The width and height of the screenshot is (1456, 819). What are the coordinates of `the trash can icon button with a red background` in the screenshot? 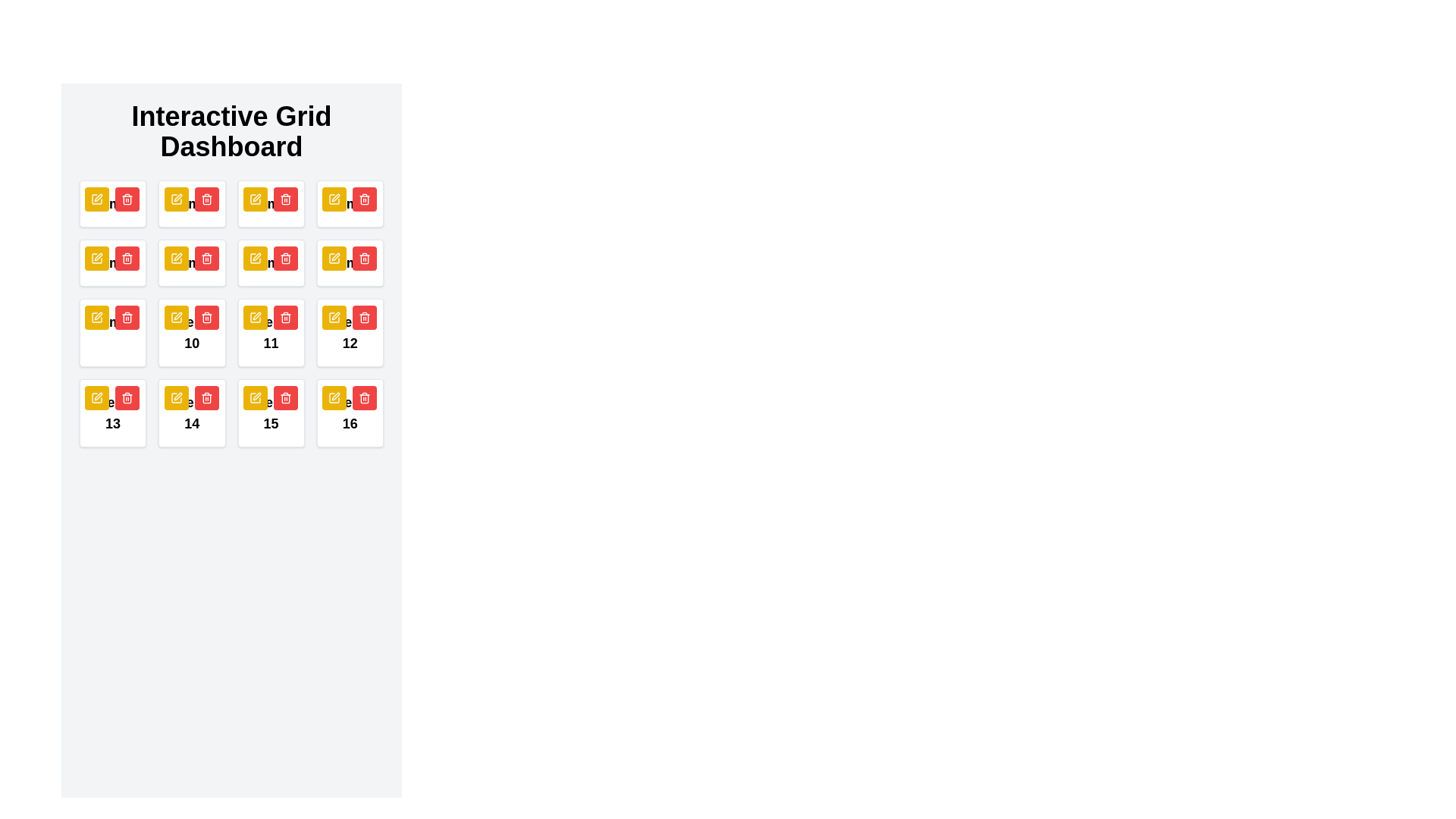 It's located at (206, 317).